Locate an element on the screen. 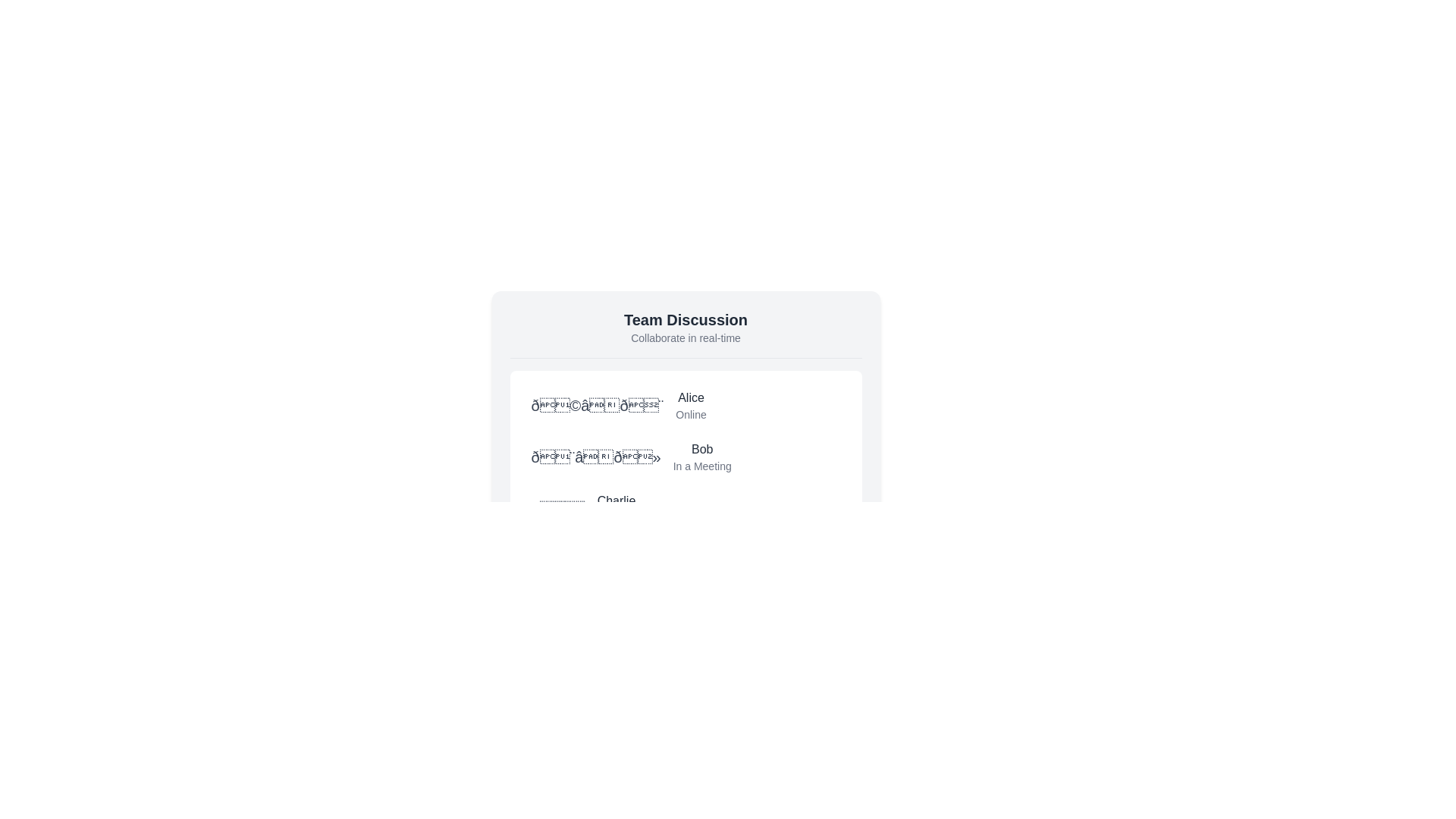 This screenshot has width=1456, height=819. the text label displaying the name 'Bob' in the participant list, which is located below 'Alice' and above 'In a Meeting' is located at coordinates (701, 449).